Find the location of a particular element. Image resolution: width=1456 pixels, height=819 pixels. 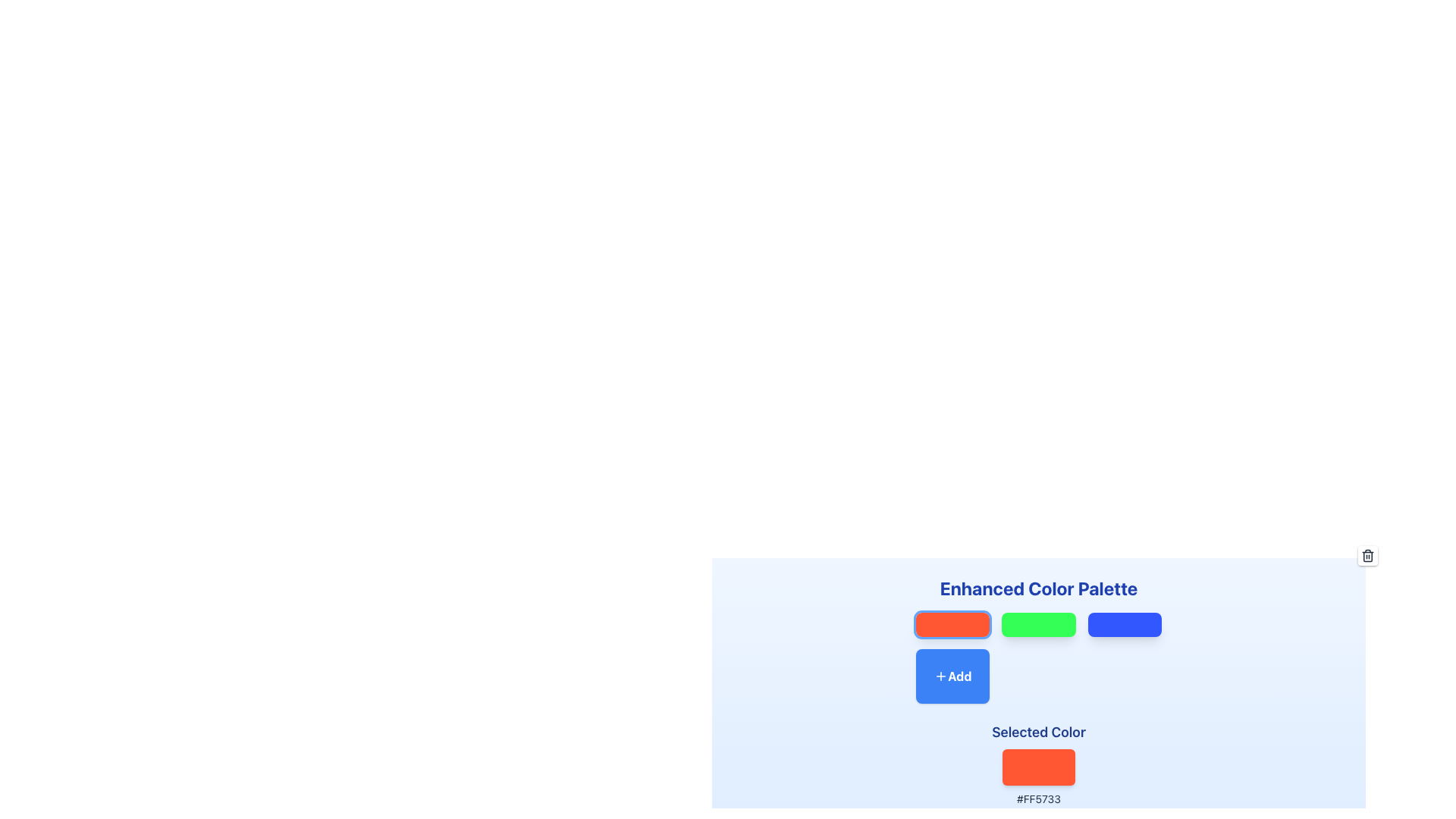

the '+ Add' button with a blue background and white bold text is located at coordinates (952, 675).